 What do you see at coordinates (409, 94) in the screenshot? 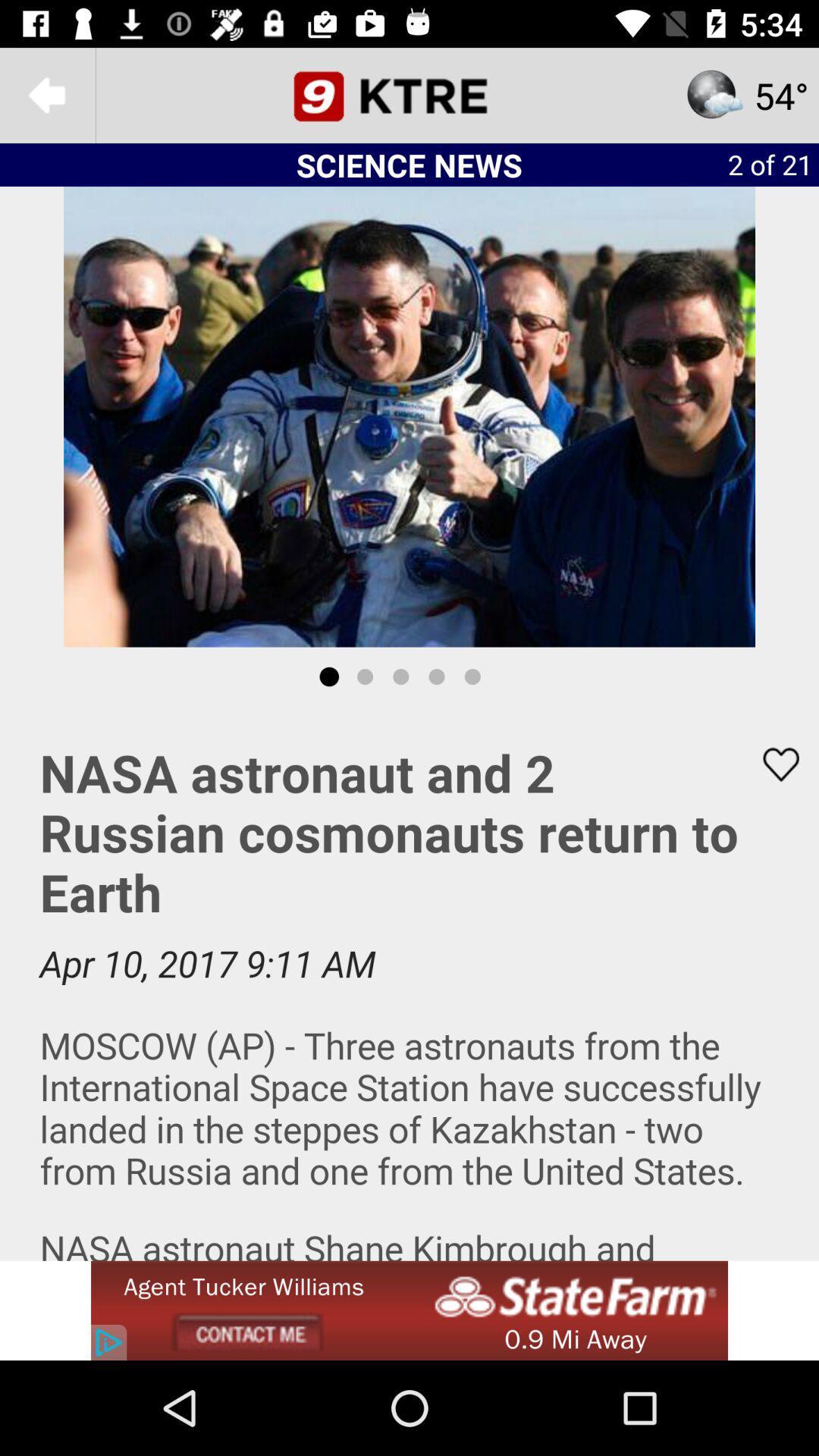
I see `news channel` at bounding box center [409, 94].